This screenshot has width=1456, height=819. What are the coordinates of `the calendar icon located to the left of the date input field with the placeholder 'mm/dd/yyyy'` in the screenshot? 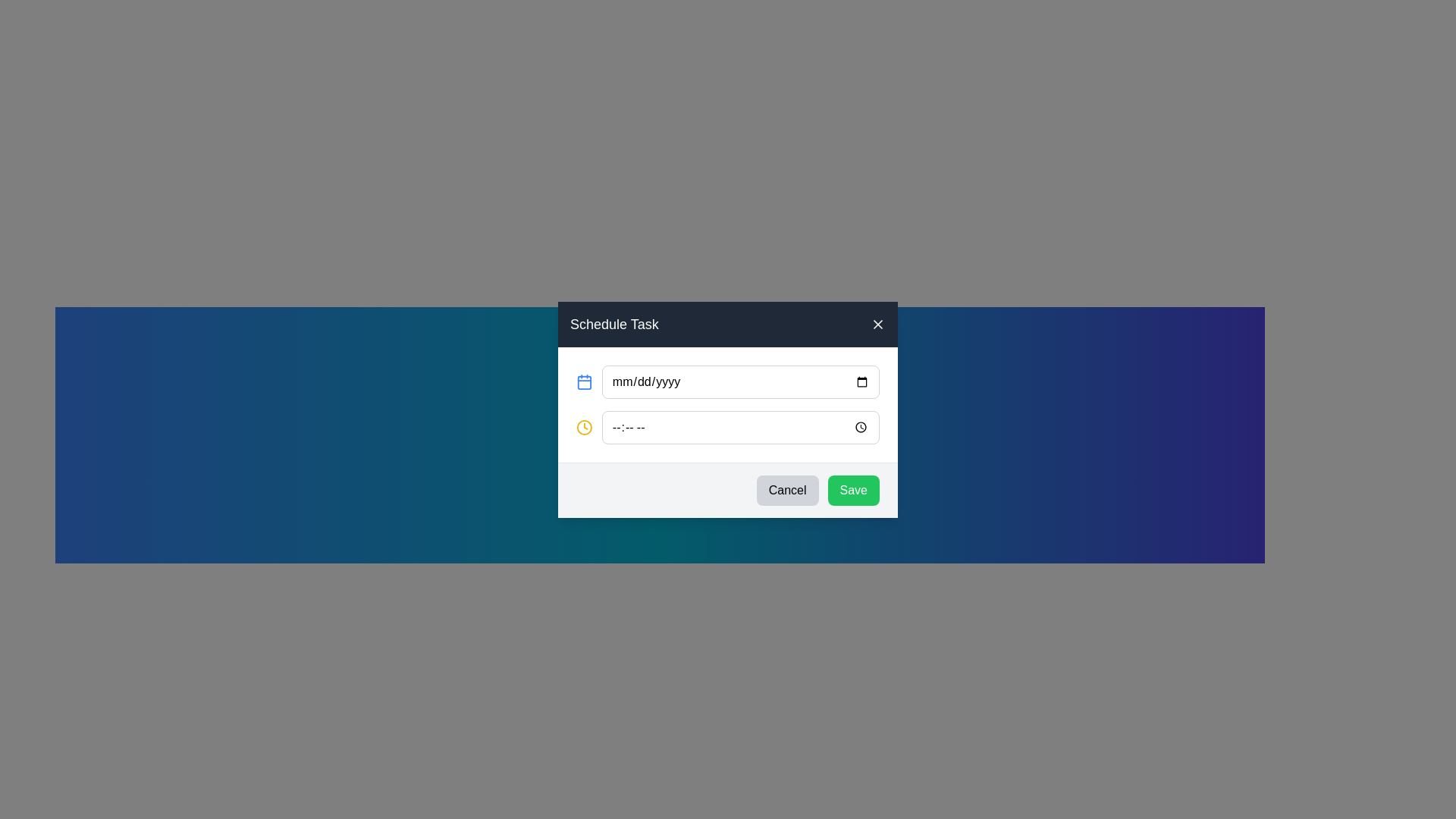 It's located at (583, 381).